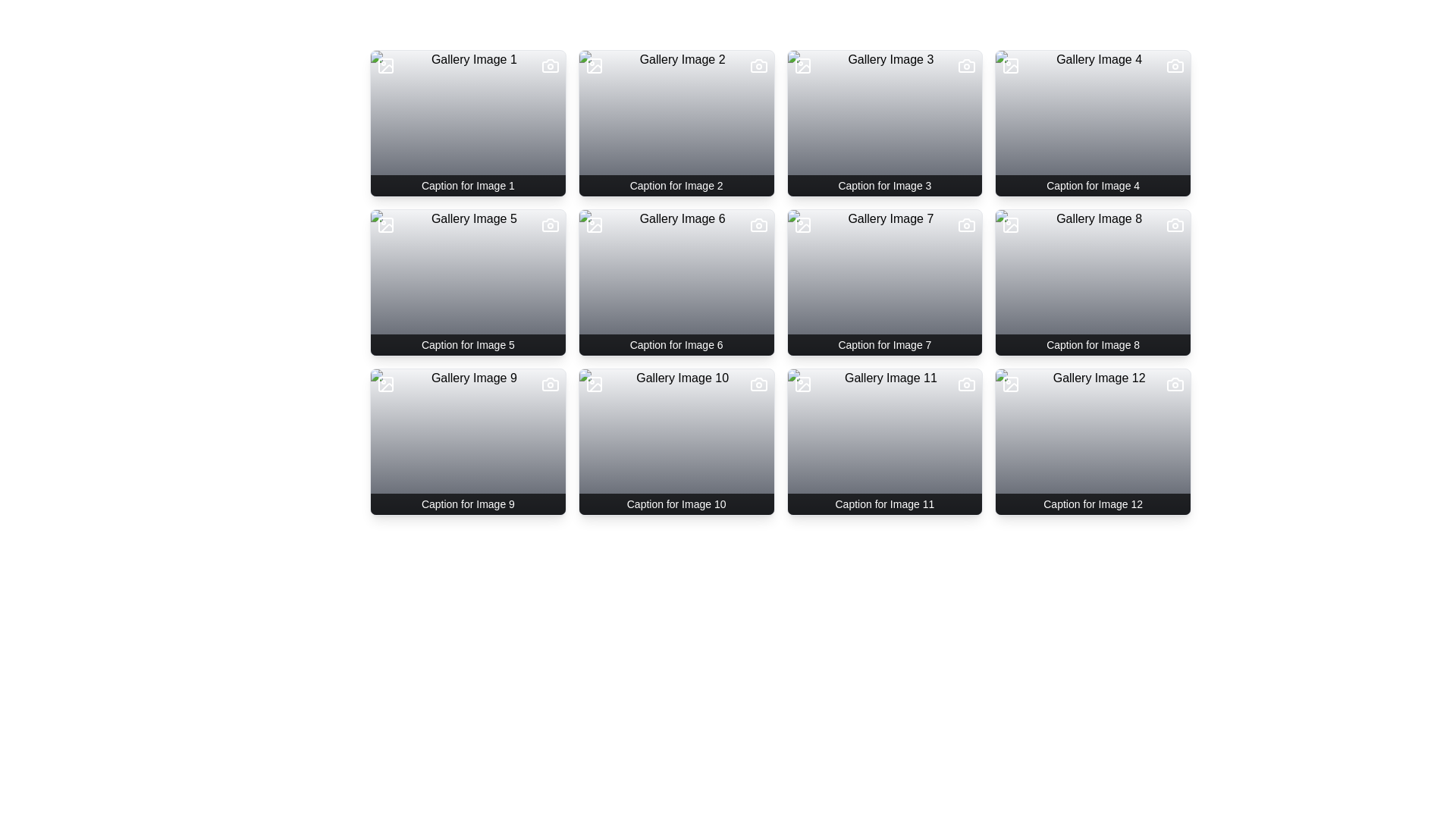 Image resolution: width=1456 pixels, height=819 pixels. I want to click on the camera-shaped icon located in the upper-right corner of the 'Gallery Image 7' tile as a static decoration, so click(966, 225).